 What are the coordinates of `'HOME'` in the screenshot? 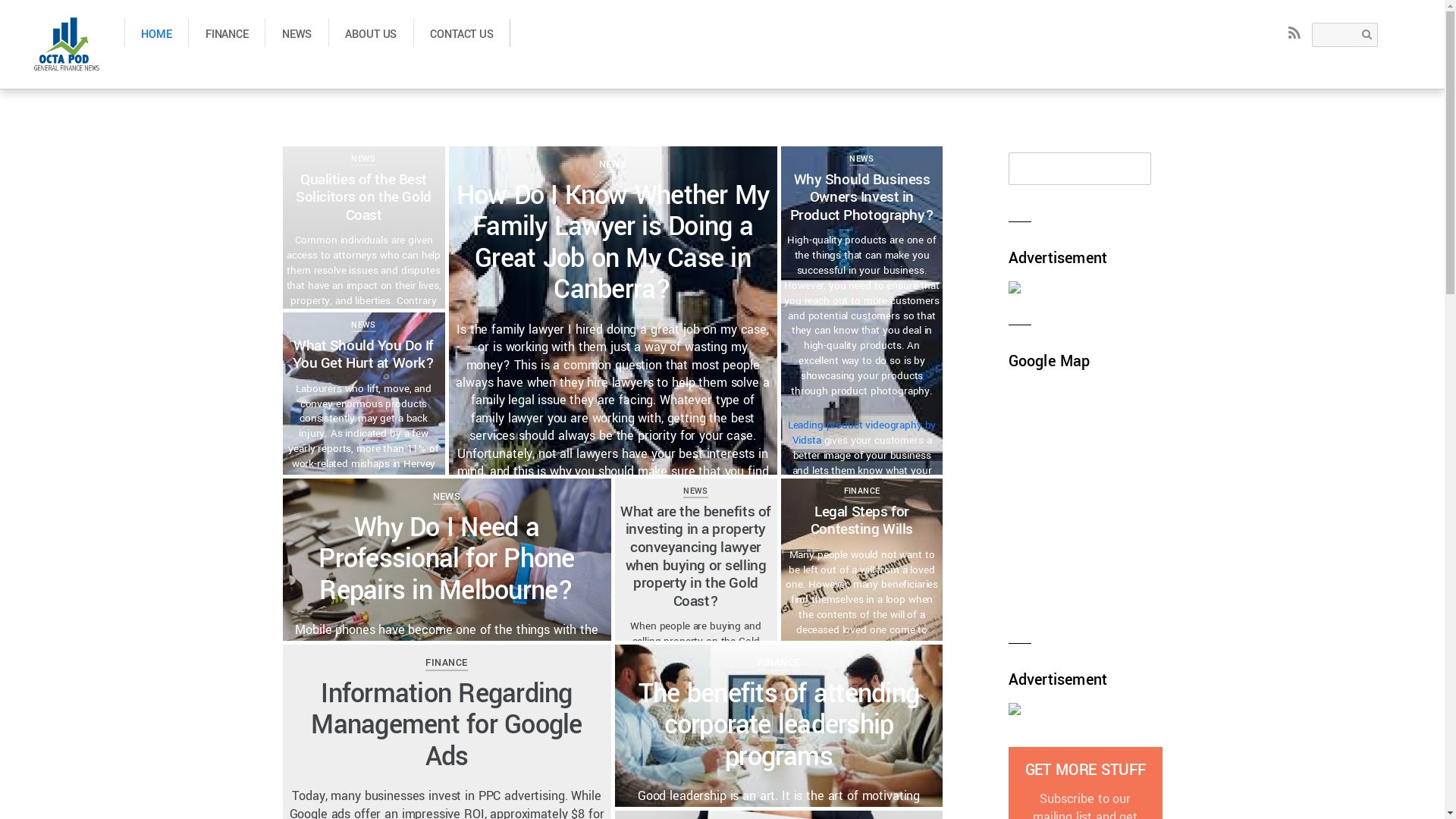 It's located at (124, 32).